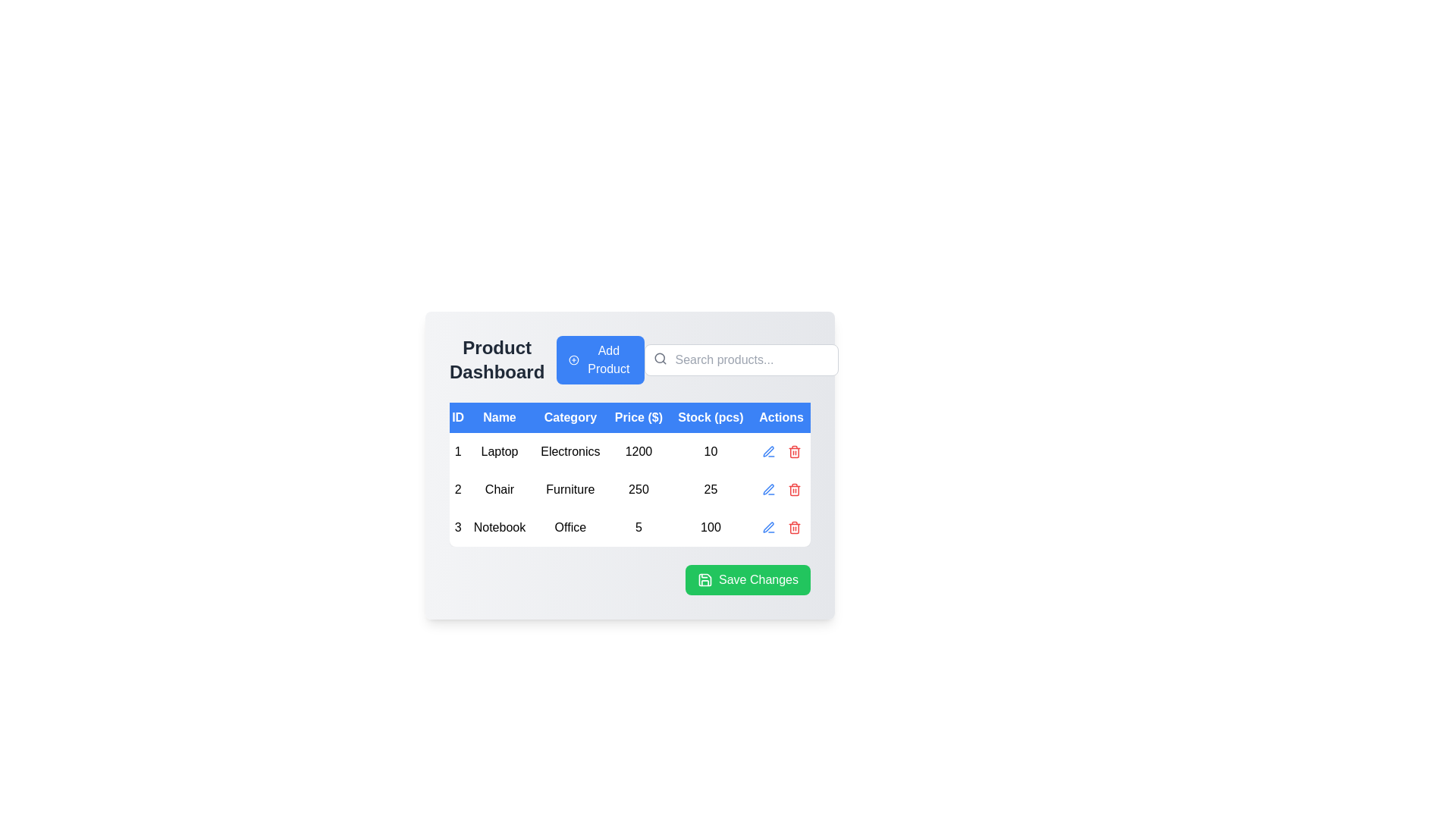  I want to click on the red trash can icon button in the 'Actions' column of the 'Notebook' row, so click(793, 526).